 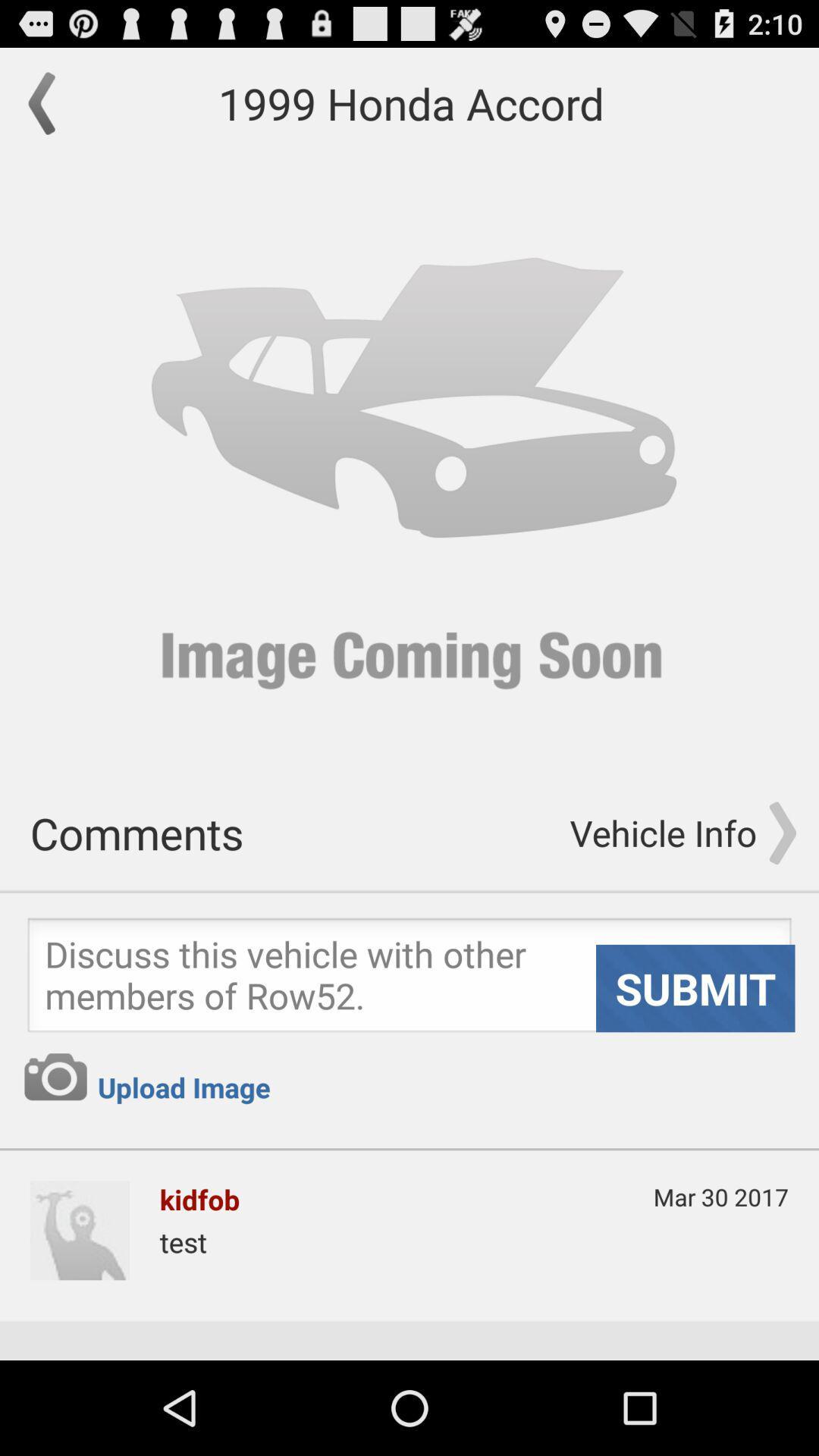 I want to click on icon at the top left corner, so click(x=49, y=102).